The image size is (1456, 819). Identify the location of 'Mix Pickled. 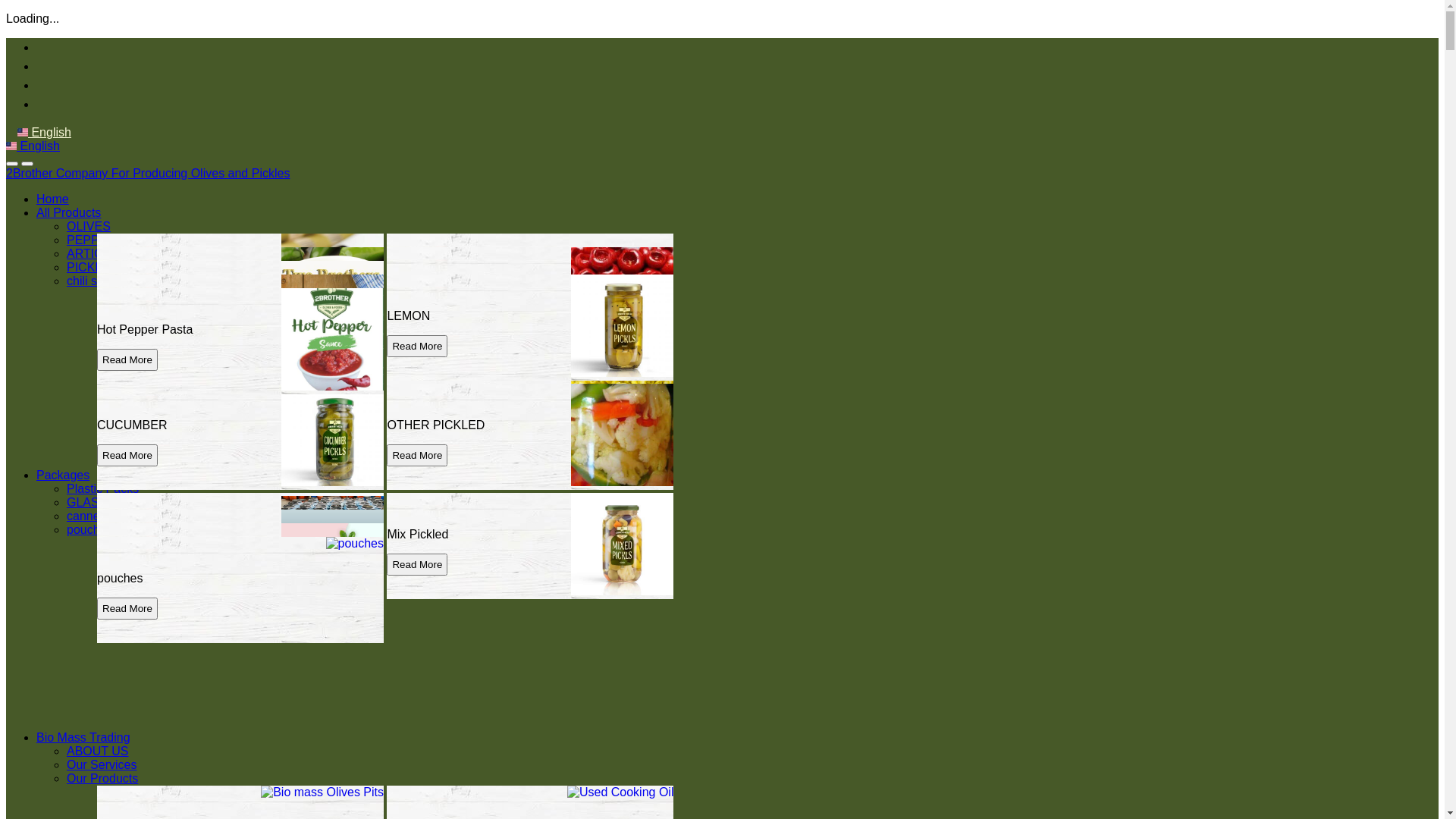
(530, 546).